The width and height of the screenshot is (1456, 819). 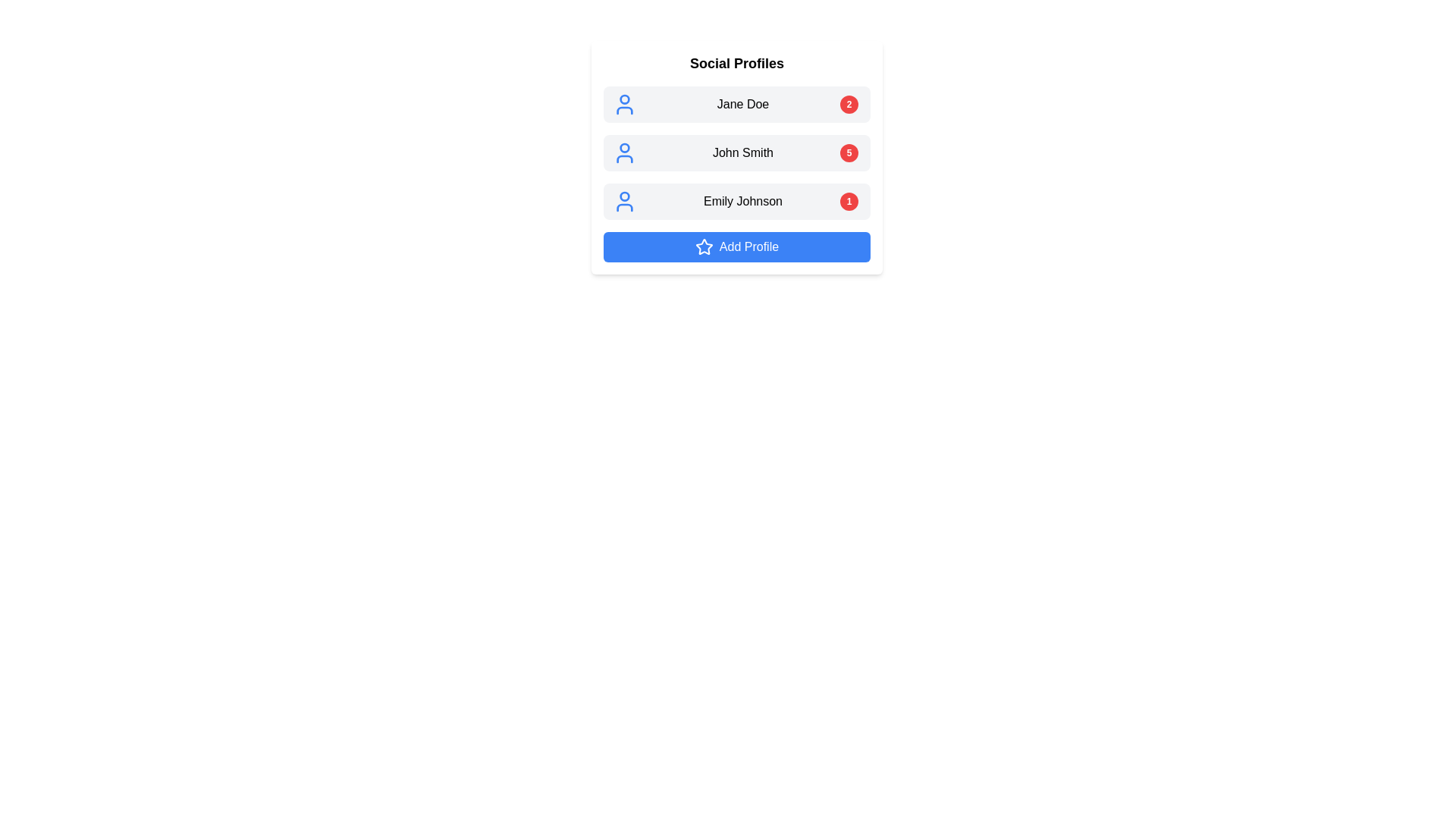 I want to click on the appearance of the star icon located on the left side of the 'Add Profile' button, enhancing its visual emphasis, so click(x=703, y=246).